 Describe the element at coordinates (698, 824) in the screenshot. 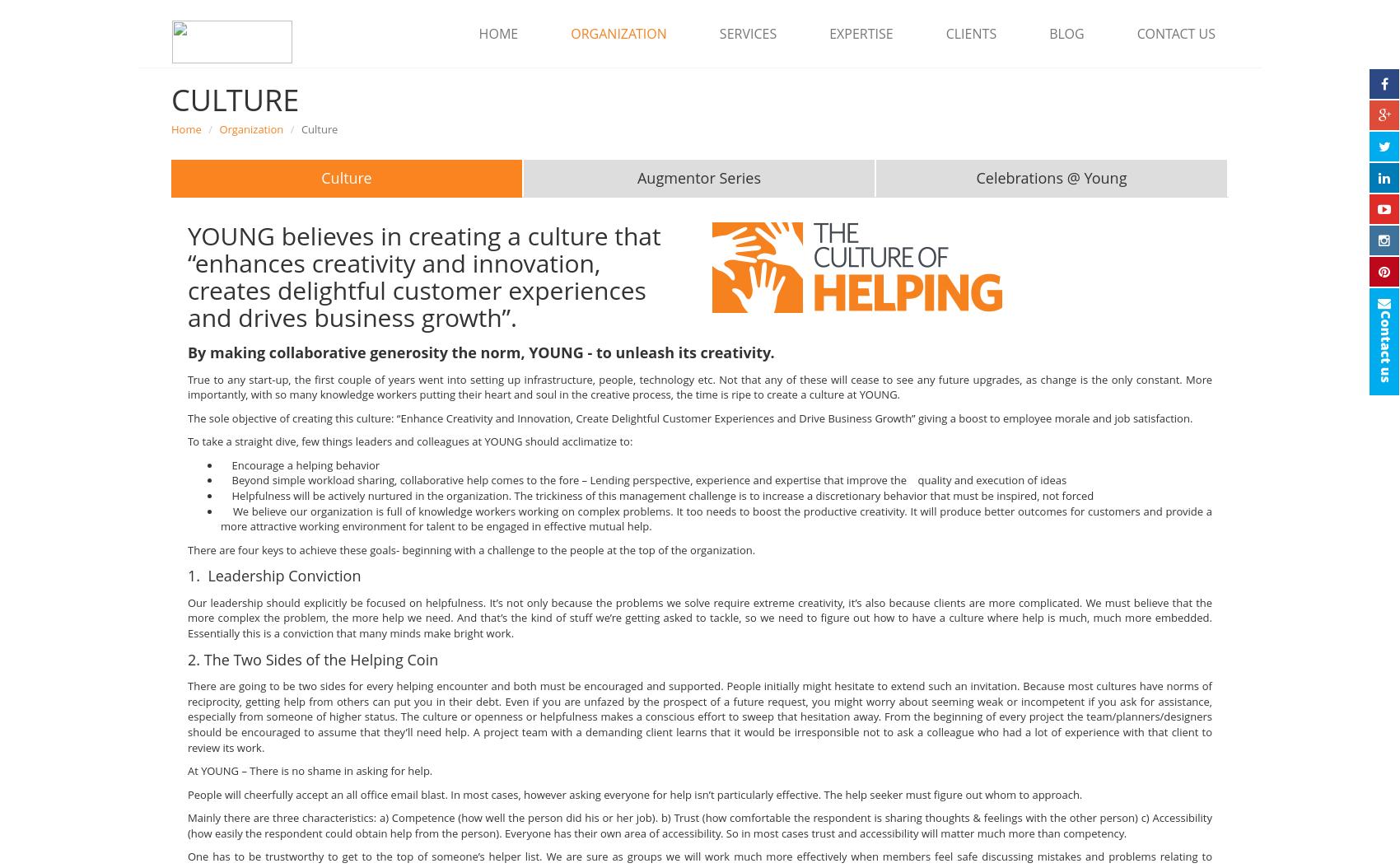

I see `'Mainly there are three characteristics: a) Competence (how well the person did his or her job). b) Trust (how comfortable the respondent is sharing thoughts & feelings with the other person) c) Accessibility (how easily the respondent could obtain help from the person). Everyone has their own area of accessibility. So in most cases trust and accessibility will matter much more than competency.'` at that location.